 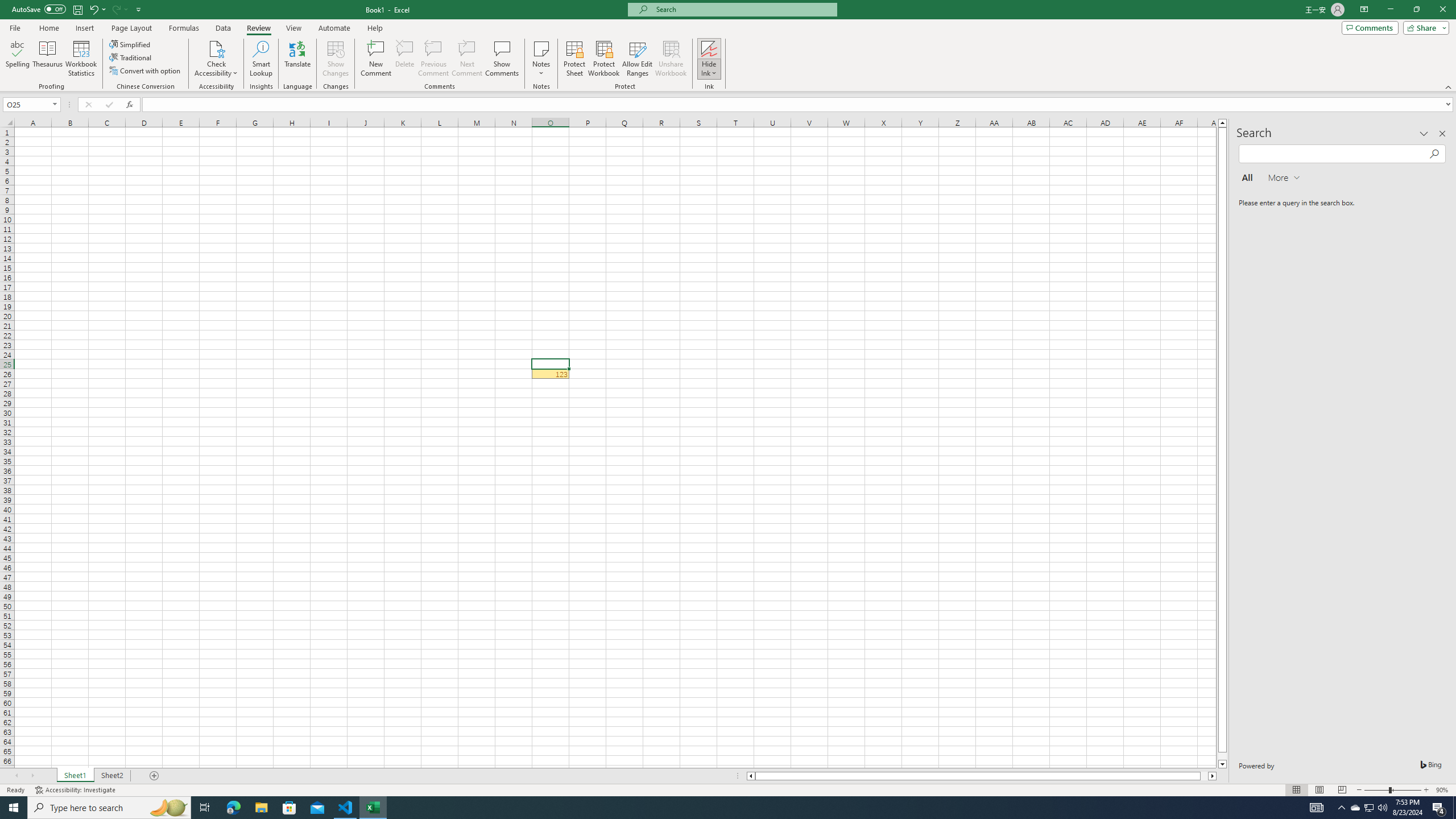 I want to click on 'Delete', so click(x=404, y=59).